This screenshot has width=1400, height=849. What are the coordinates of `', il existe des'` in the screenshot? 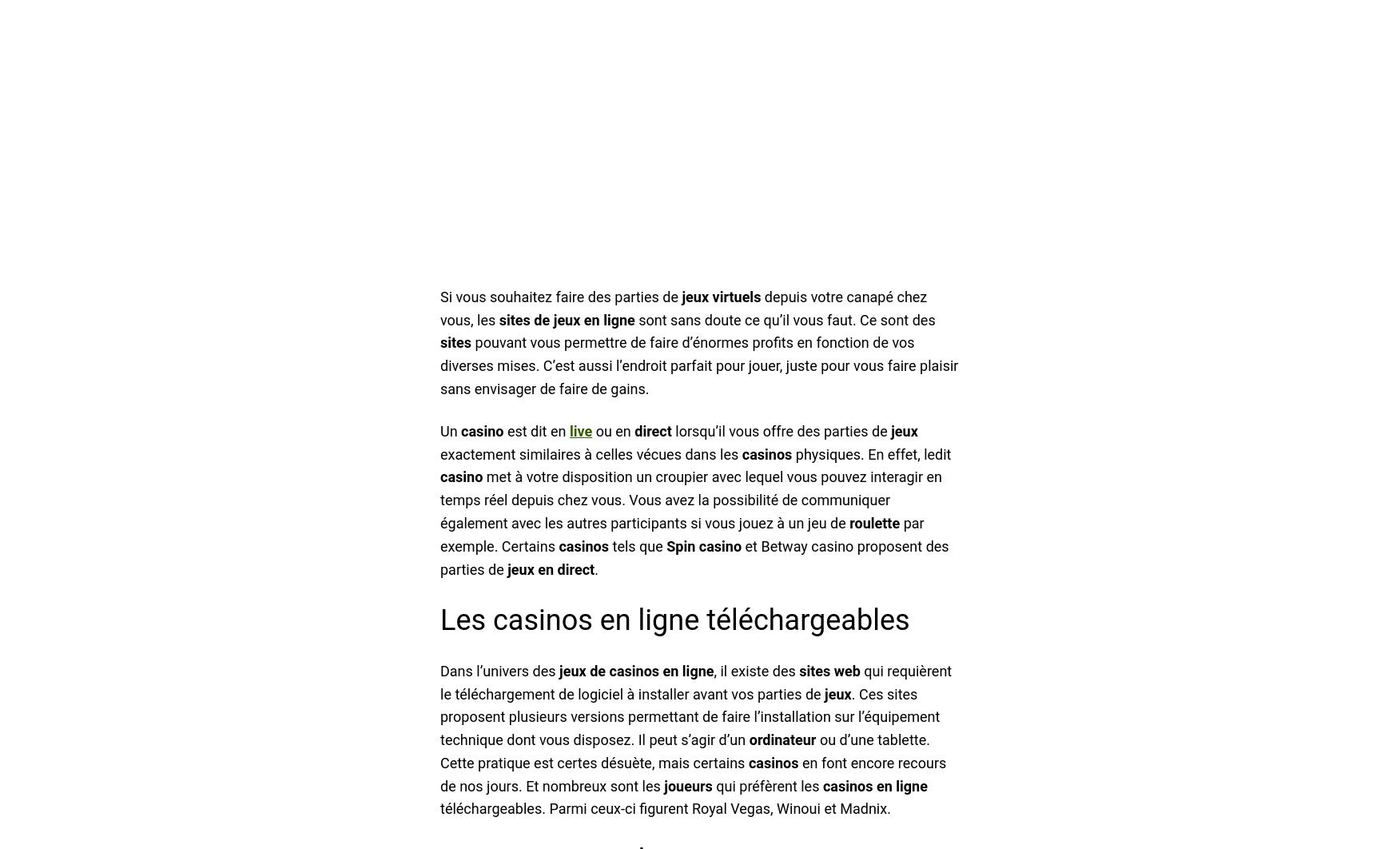 It's located at (756, 669).